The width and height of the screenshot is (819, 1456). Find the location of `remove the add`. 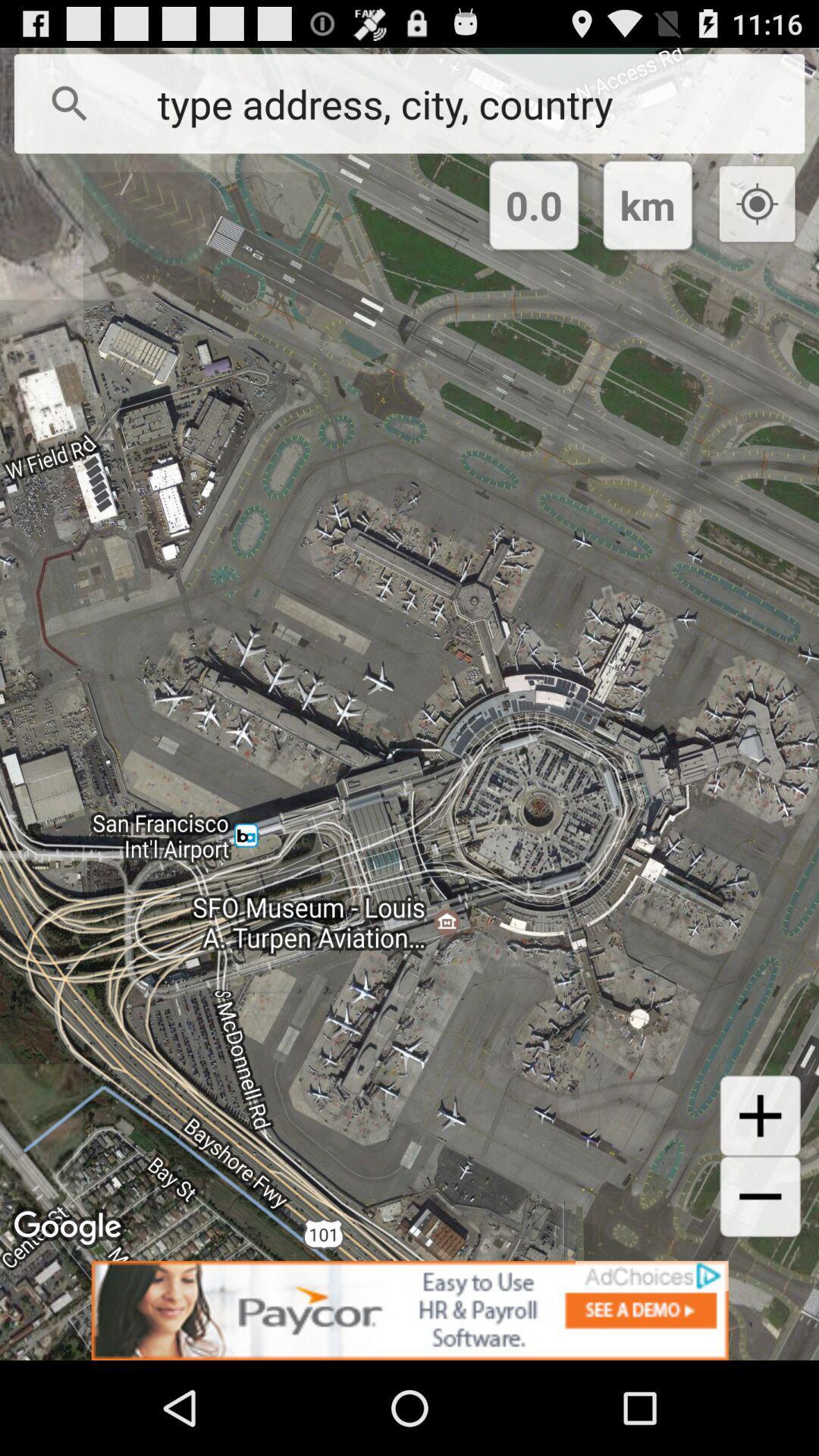

remove the add is located at coordinates (409, 1310).